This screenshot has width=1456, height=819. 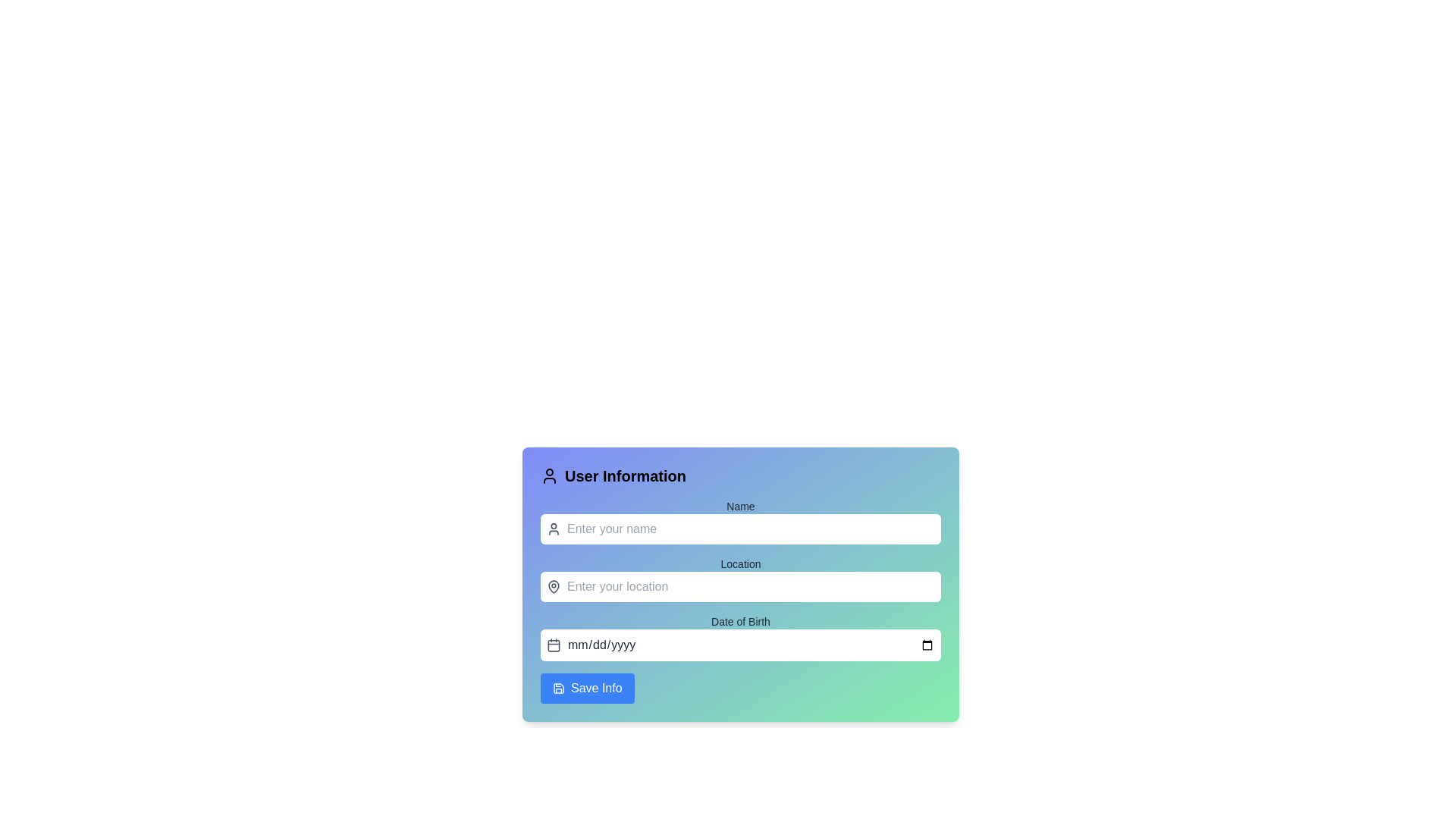 I want to click on the 'Date of Birth' label in the 'User Information' form, which is positioned above the date input box and below the 'Location' field, so click(x=741, y=622).